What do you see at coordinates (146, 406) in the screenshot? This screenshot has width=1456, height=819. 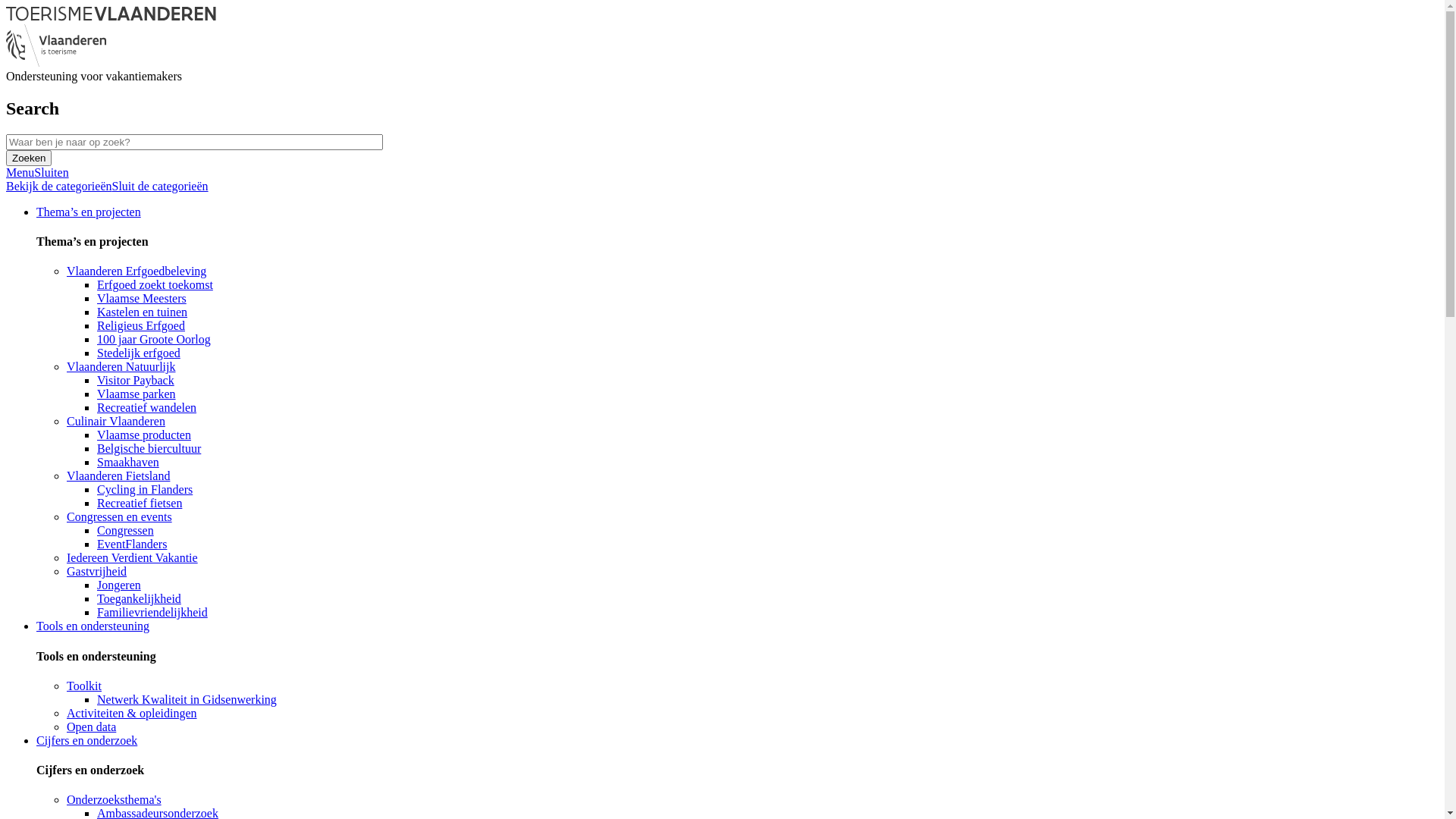 I see `'Recreatief wandelen'` at bounding box center [146, 406].